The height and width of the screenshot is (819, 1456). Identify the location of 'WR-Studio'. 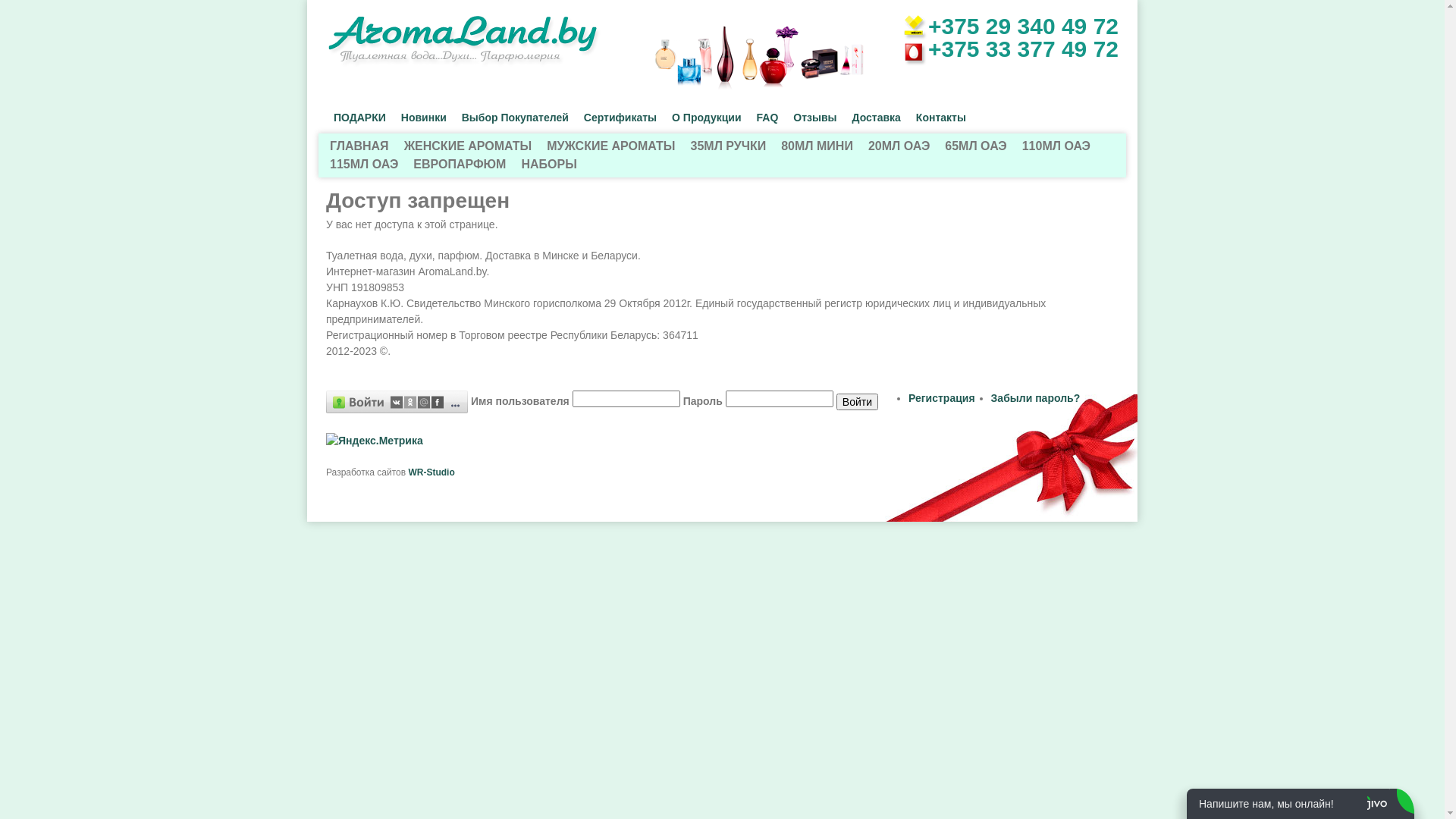
(430, 472).